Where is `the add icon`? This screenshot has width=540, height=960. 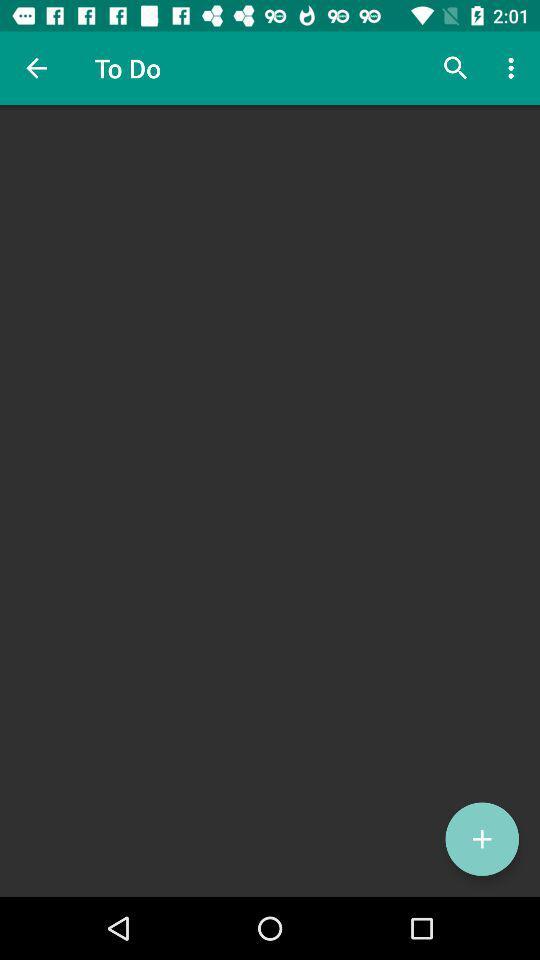 the add icon is located at coordinates (481, 839).